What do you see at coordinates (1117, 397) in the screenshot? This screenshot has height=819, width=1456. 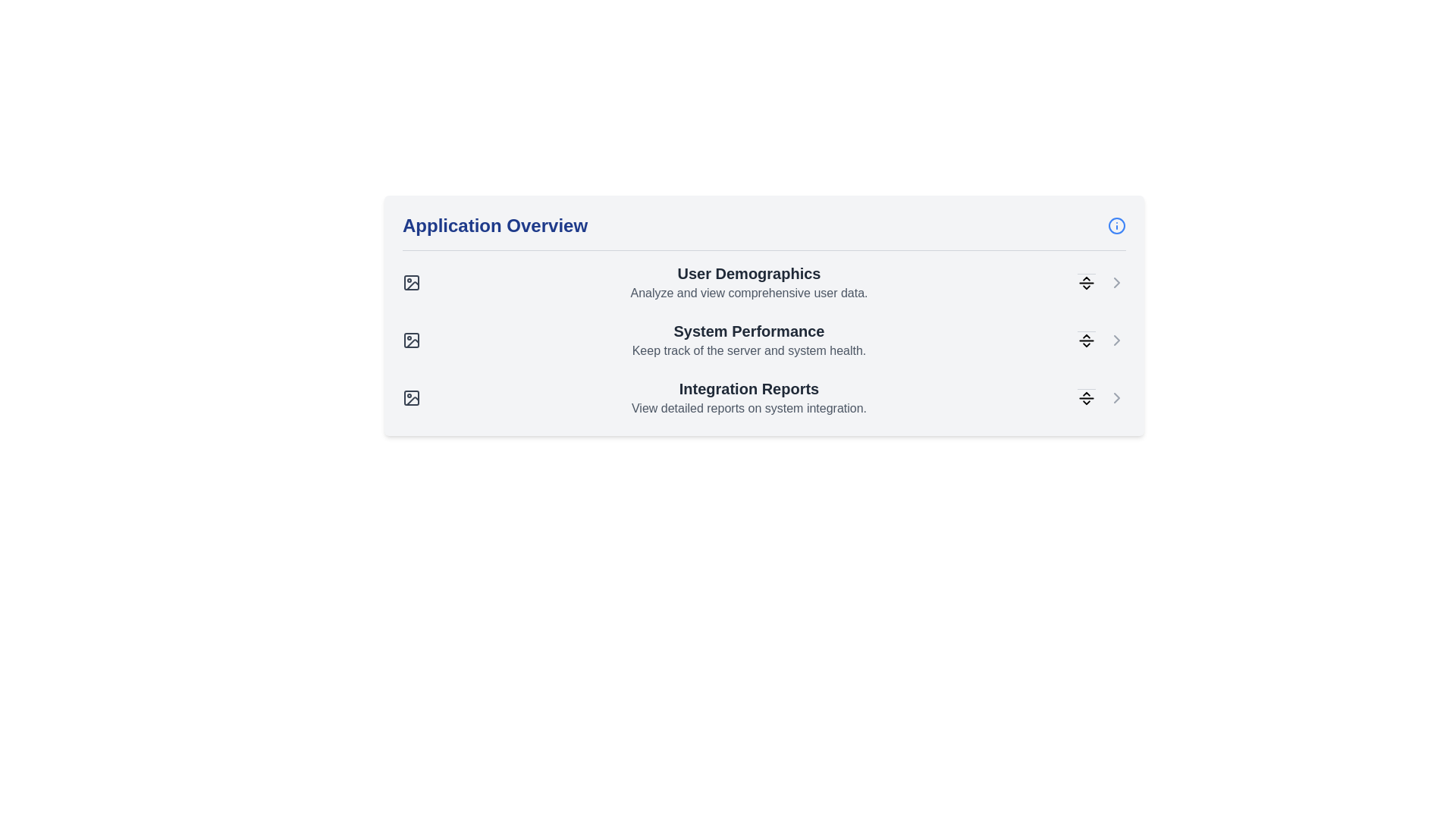 I see `the Chevron icon located at the far right of the 'Integration Reports' section` at bounding box center [1117, 397].